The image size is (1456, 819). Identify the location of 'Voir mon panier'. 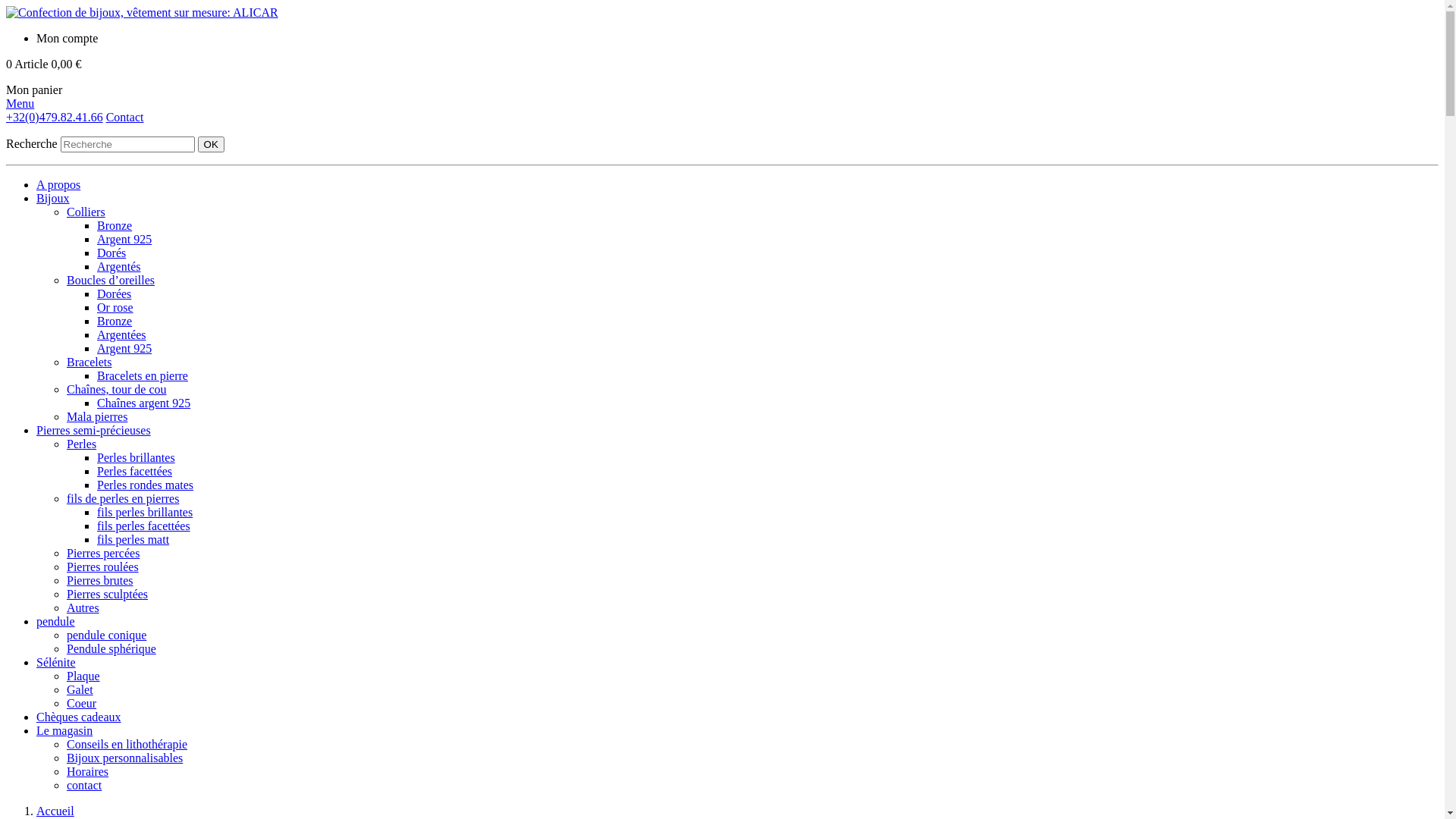
(81, 67).